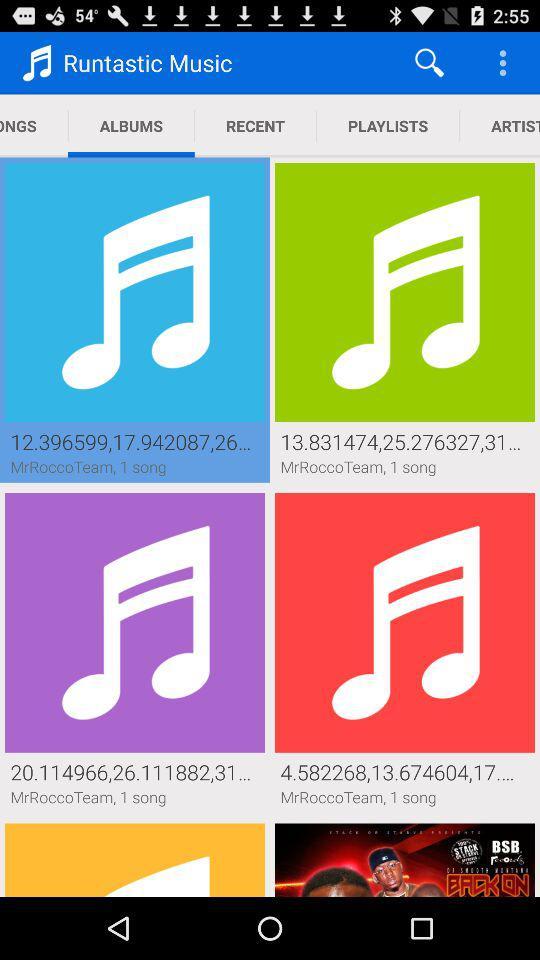 The width and height of the screenshot is (540, 960). Describe the element at coordinates (131, 125) in the screenshot. I see `icon next to songs icon` at that location.